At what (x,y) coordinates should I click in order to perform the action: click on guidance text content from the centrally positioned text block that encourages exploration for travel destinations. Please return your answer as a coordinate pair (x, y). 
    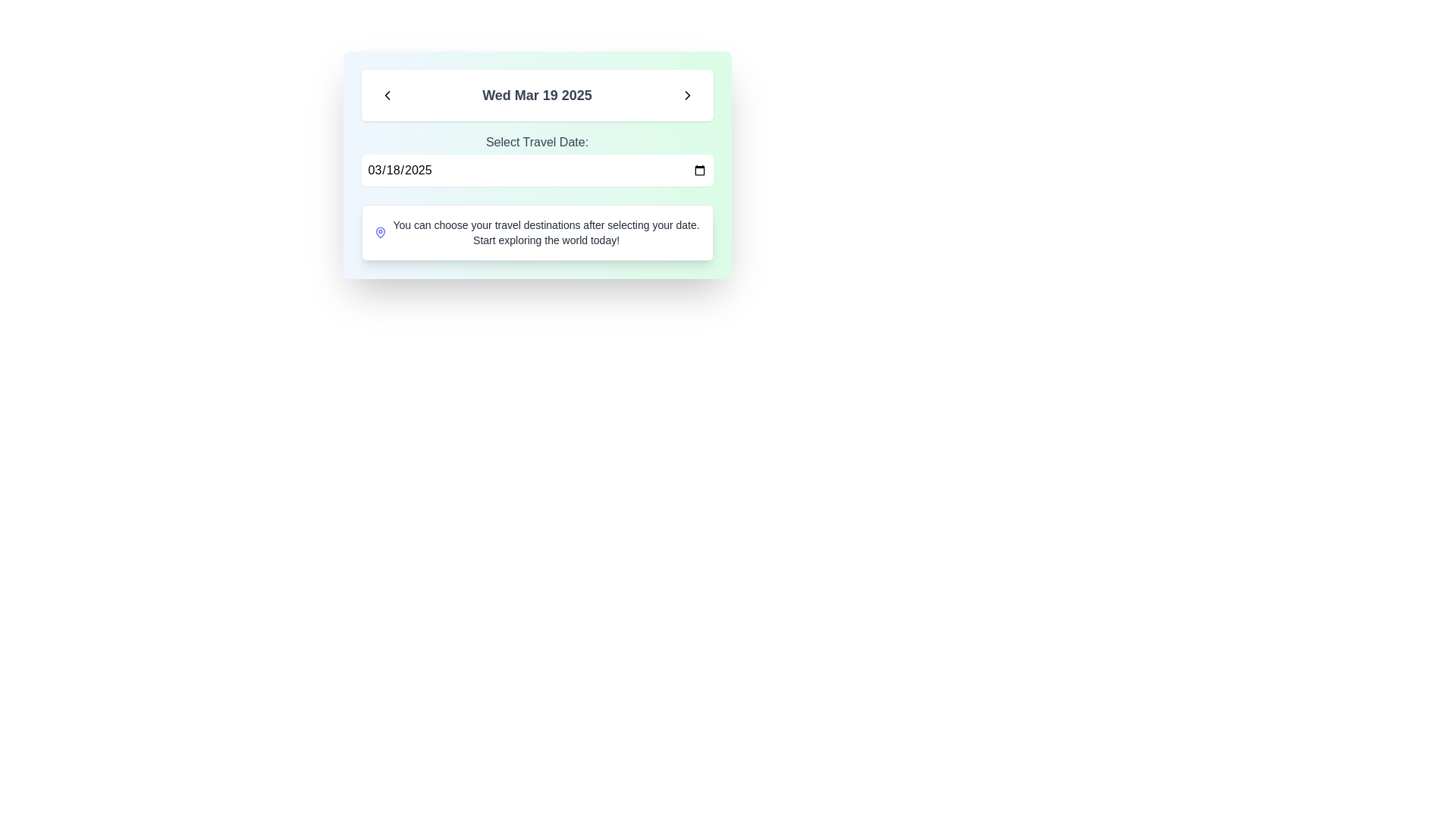
    Looking at the image, I should click on (546, 233).